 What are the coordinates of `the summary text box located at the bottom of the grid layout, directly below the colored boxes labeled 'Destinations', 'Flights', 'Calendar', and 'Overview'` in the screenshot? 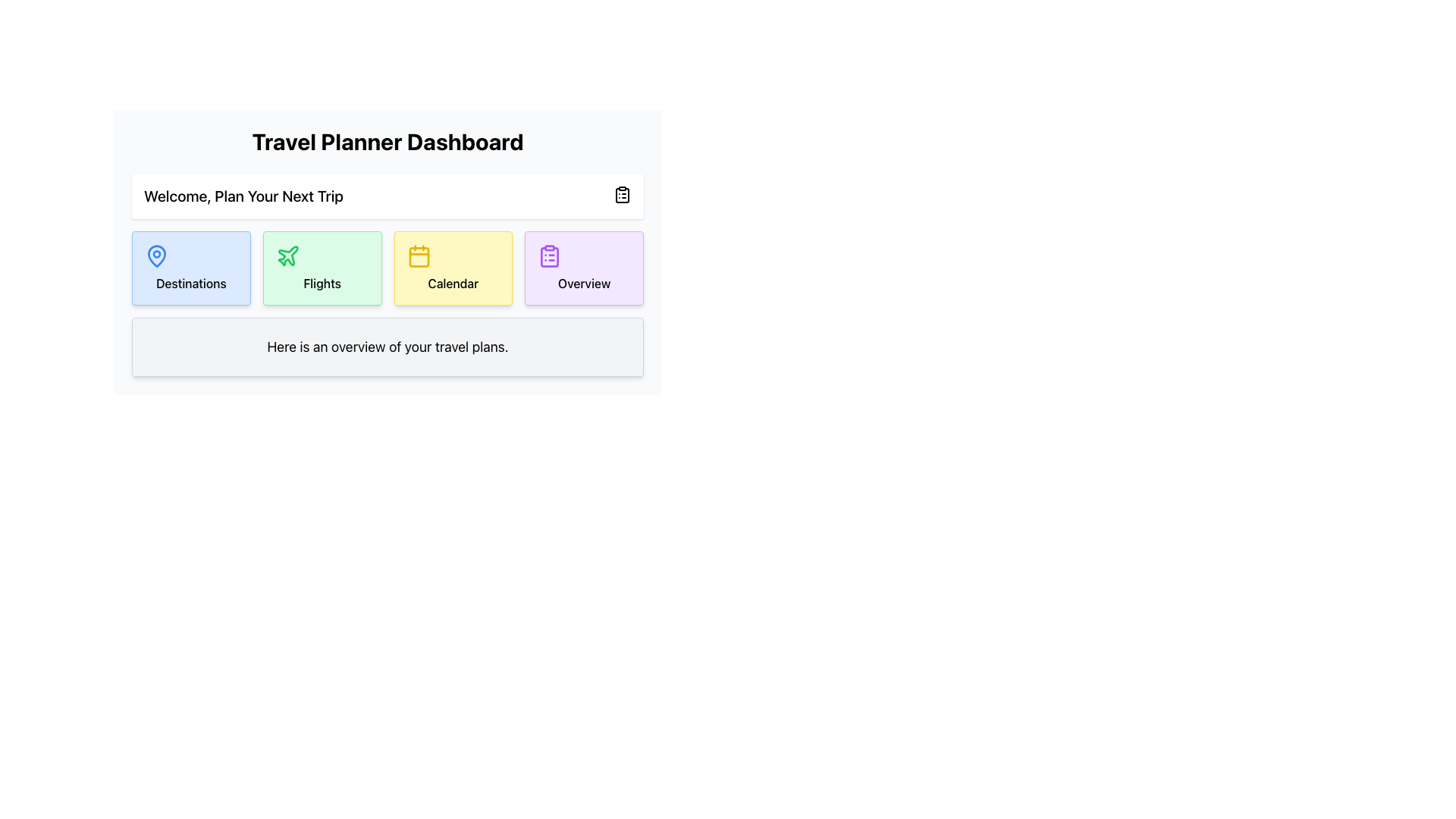 It's located at (388, 347).